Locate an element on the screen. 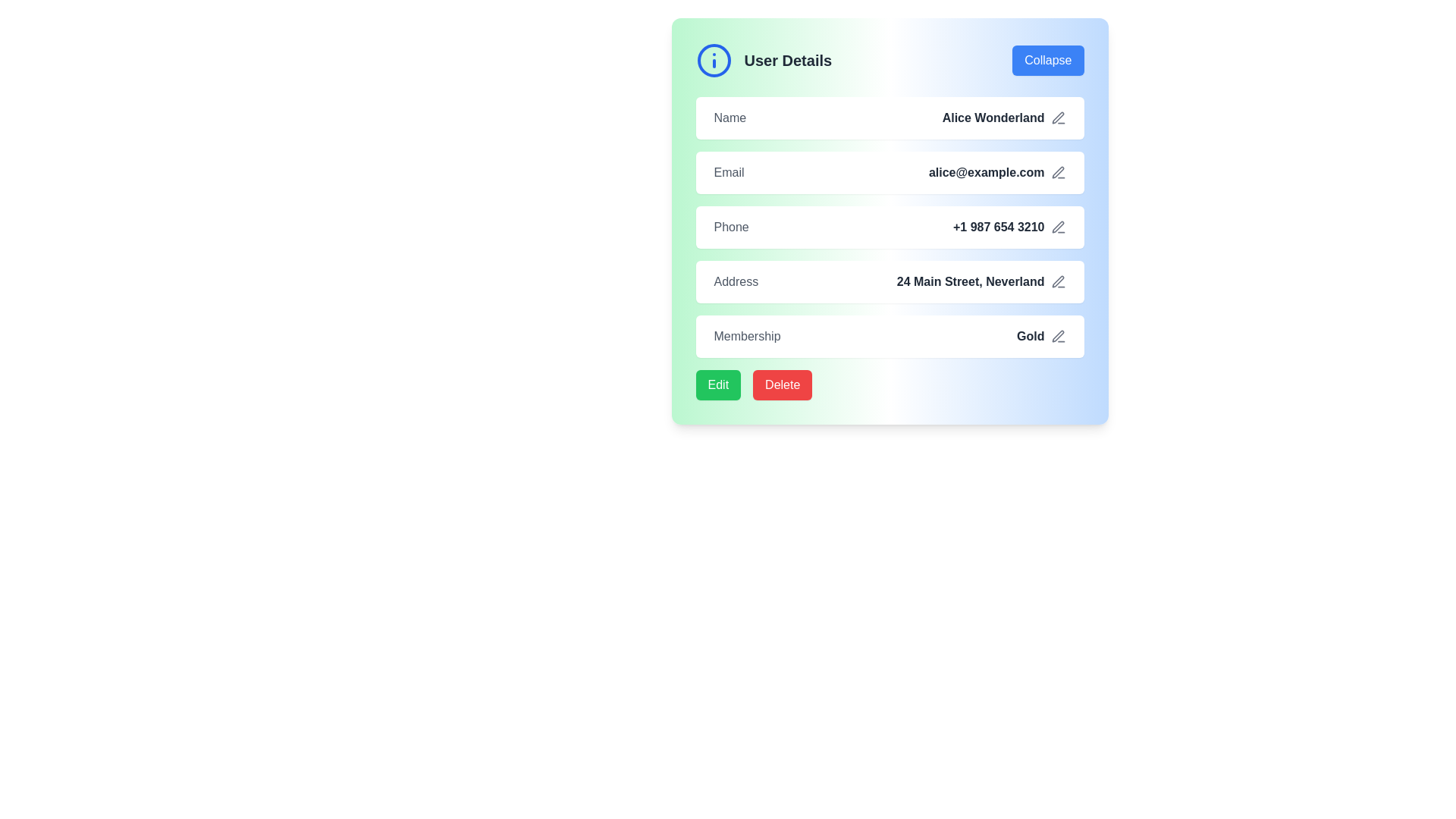  the Text Display element that conveys the user's address information, located to the right of the 'Address' label is located at coordinates (981, 281).